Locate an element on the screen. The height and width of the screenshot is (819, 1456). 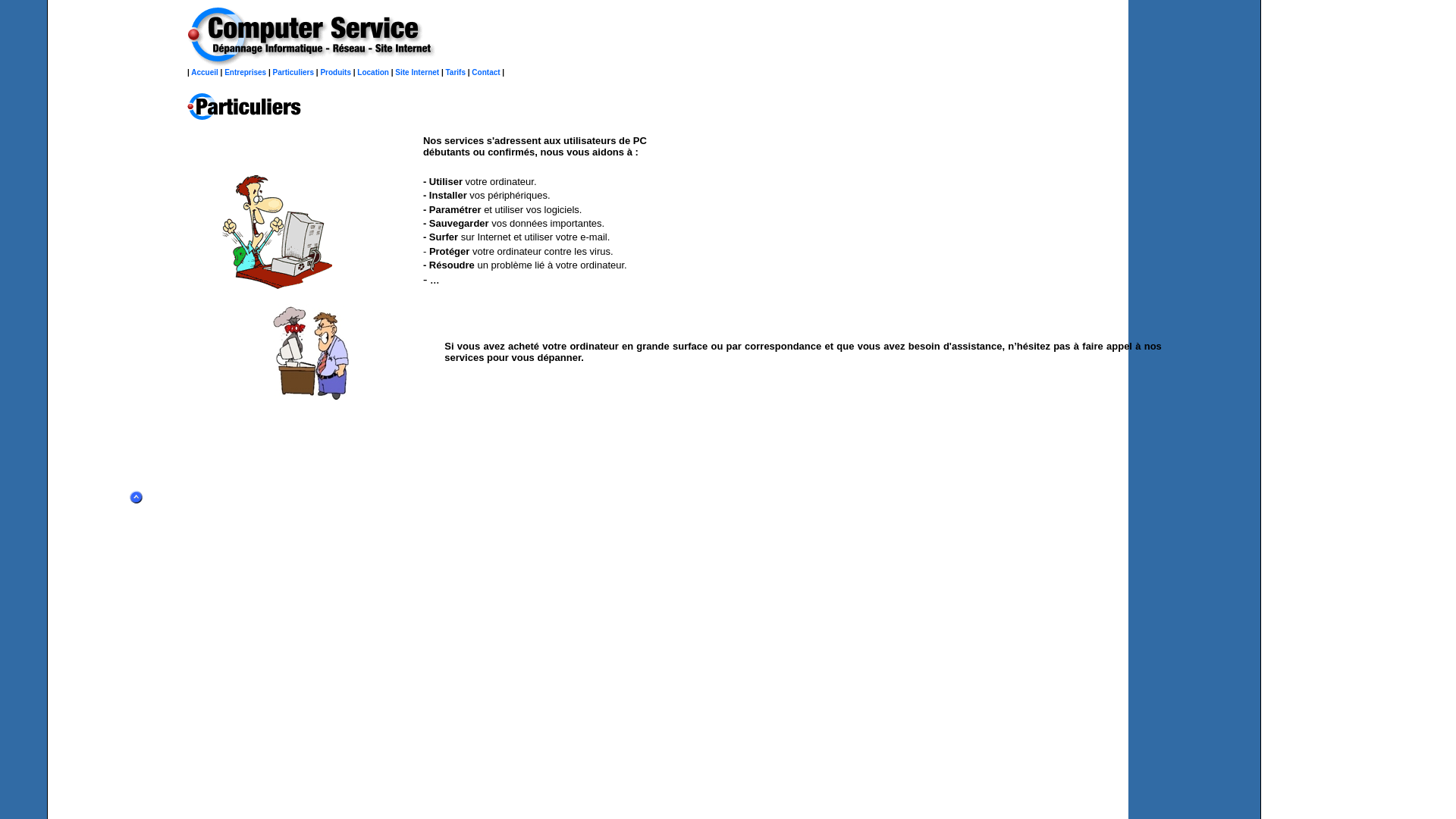
'Accueil' is located at coordinates (203, 72).